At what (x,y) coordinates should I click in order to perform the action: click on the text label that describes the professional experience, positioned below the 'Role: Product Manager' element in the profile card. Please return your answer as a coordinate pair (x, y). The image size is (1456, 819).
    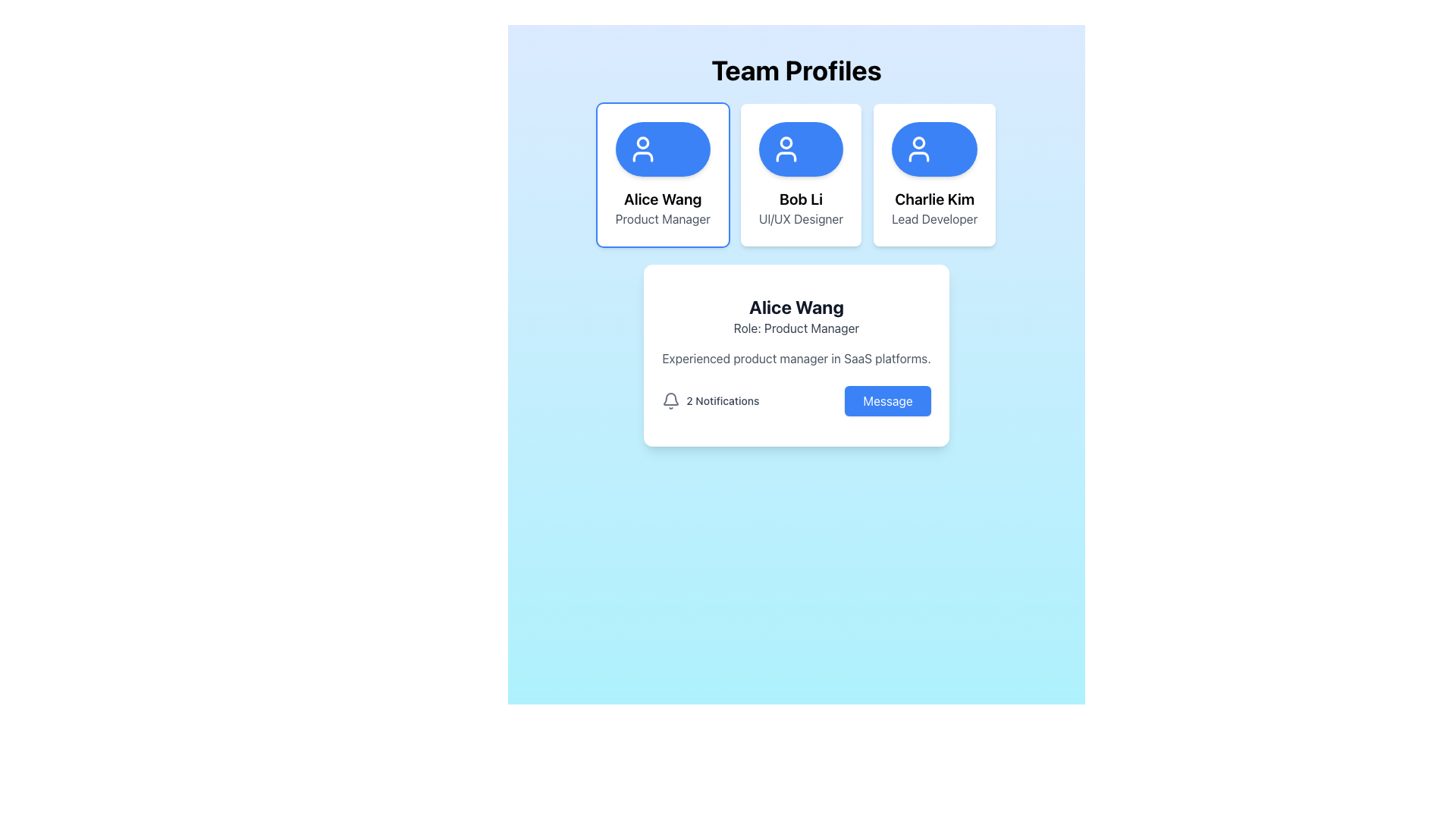
    Looking at the image, I should click on (795, 359).